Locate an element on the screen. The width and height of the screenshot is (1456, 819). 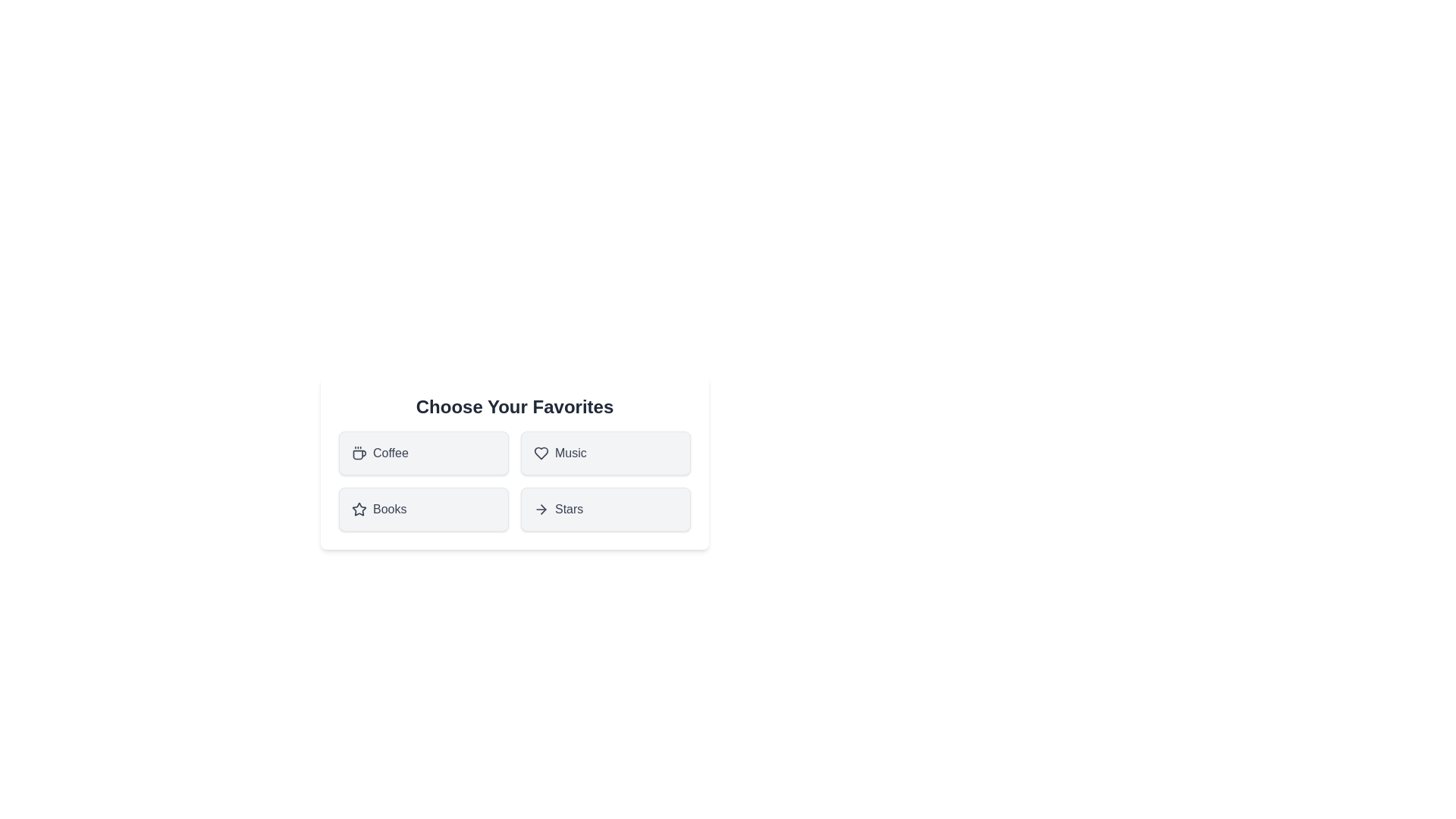
the bottom-right button in the grid layout is located at coordinates (604, 509).